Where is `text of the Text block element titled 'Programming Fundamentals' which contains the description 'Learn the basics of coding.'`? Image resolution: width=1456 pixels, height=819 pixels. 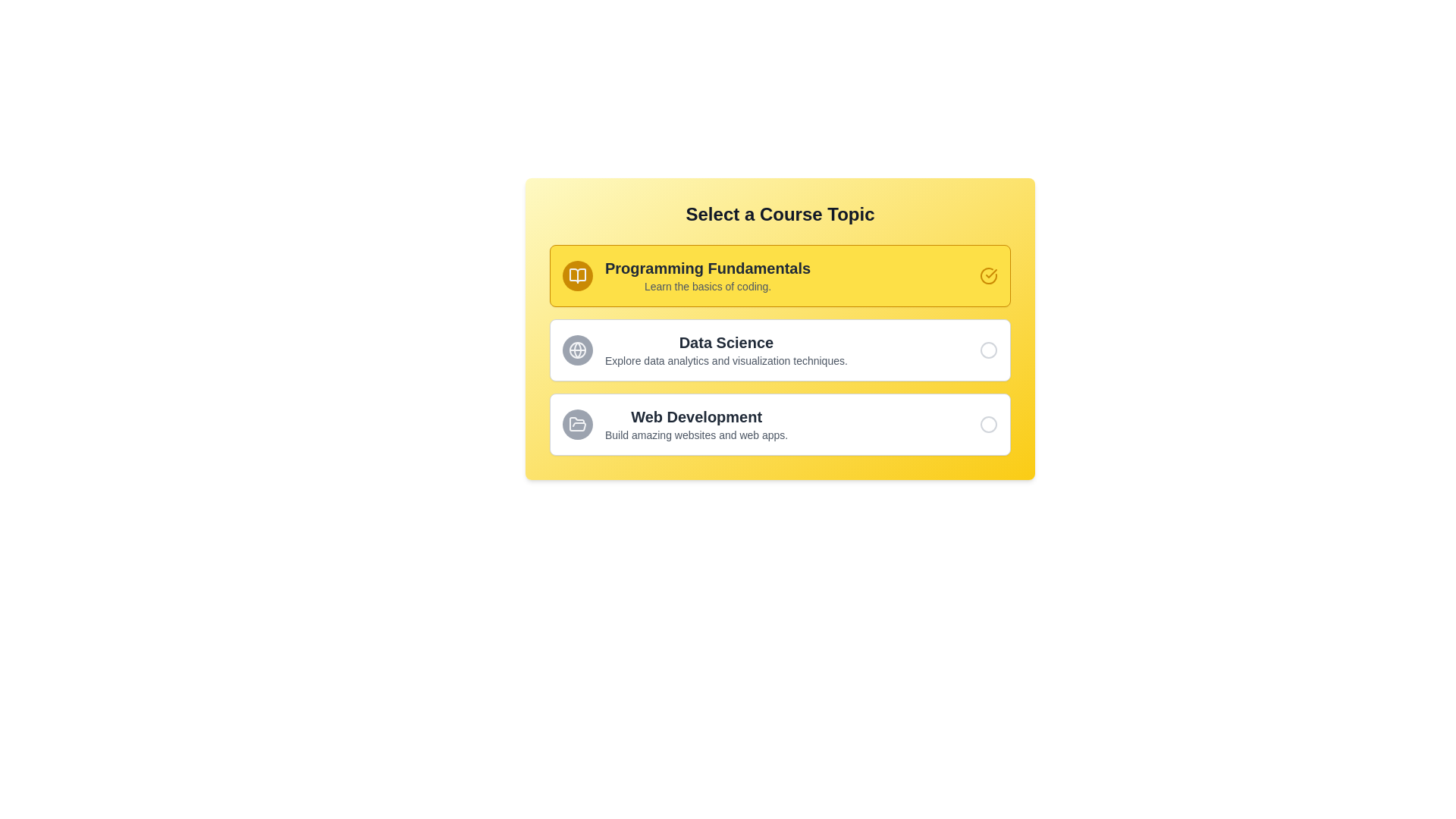 text of the Text block element titled 'Programming Fundamentals' which contains the description 'Learn the basics of coding.' is located at coordinates (707, 275).